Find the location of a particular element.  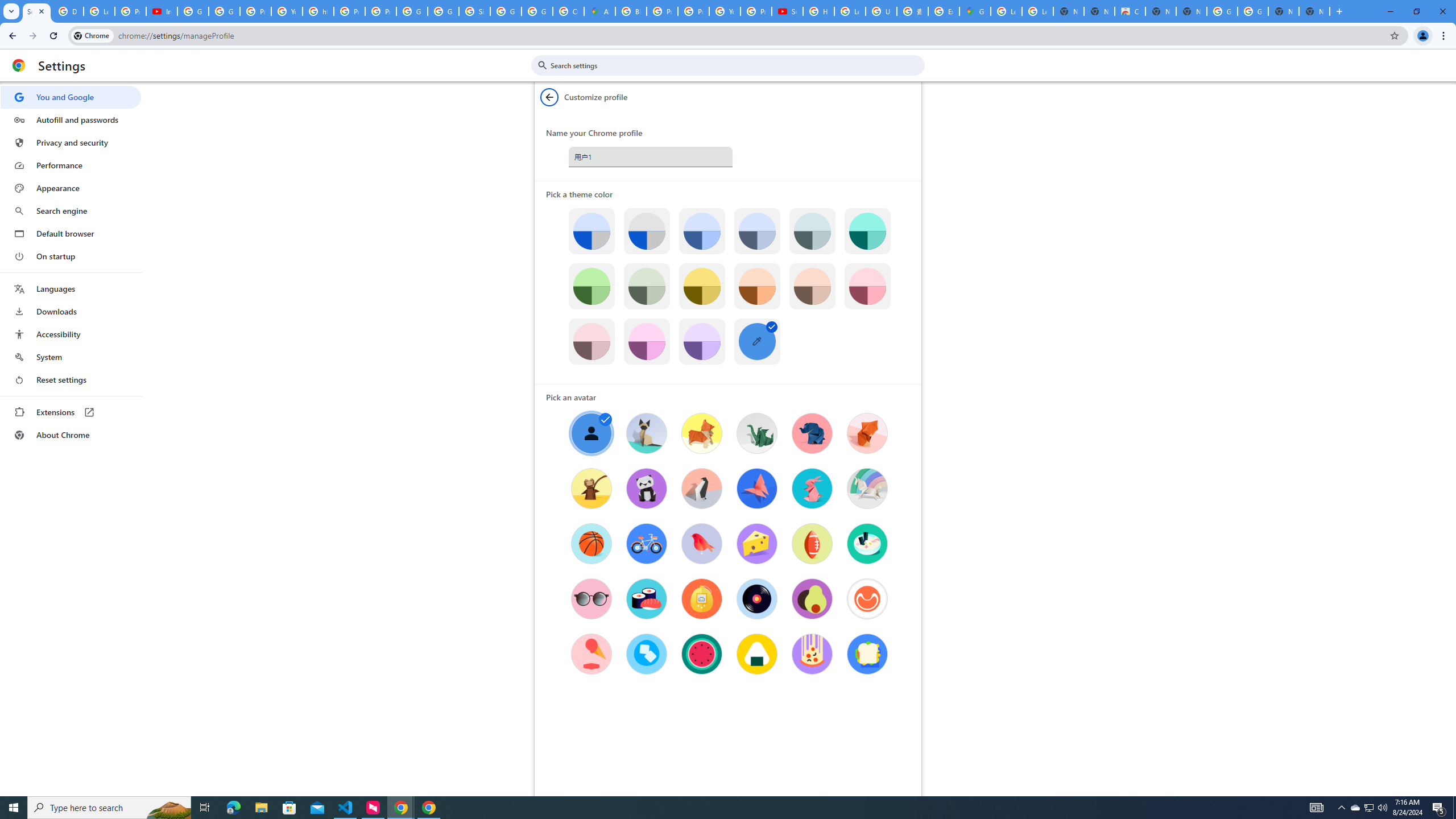

'Reset settings' is located at coordinates (70, 379).